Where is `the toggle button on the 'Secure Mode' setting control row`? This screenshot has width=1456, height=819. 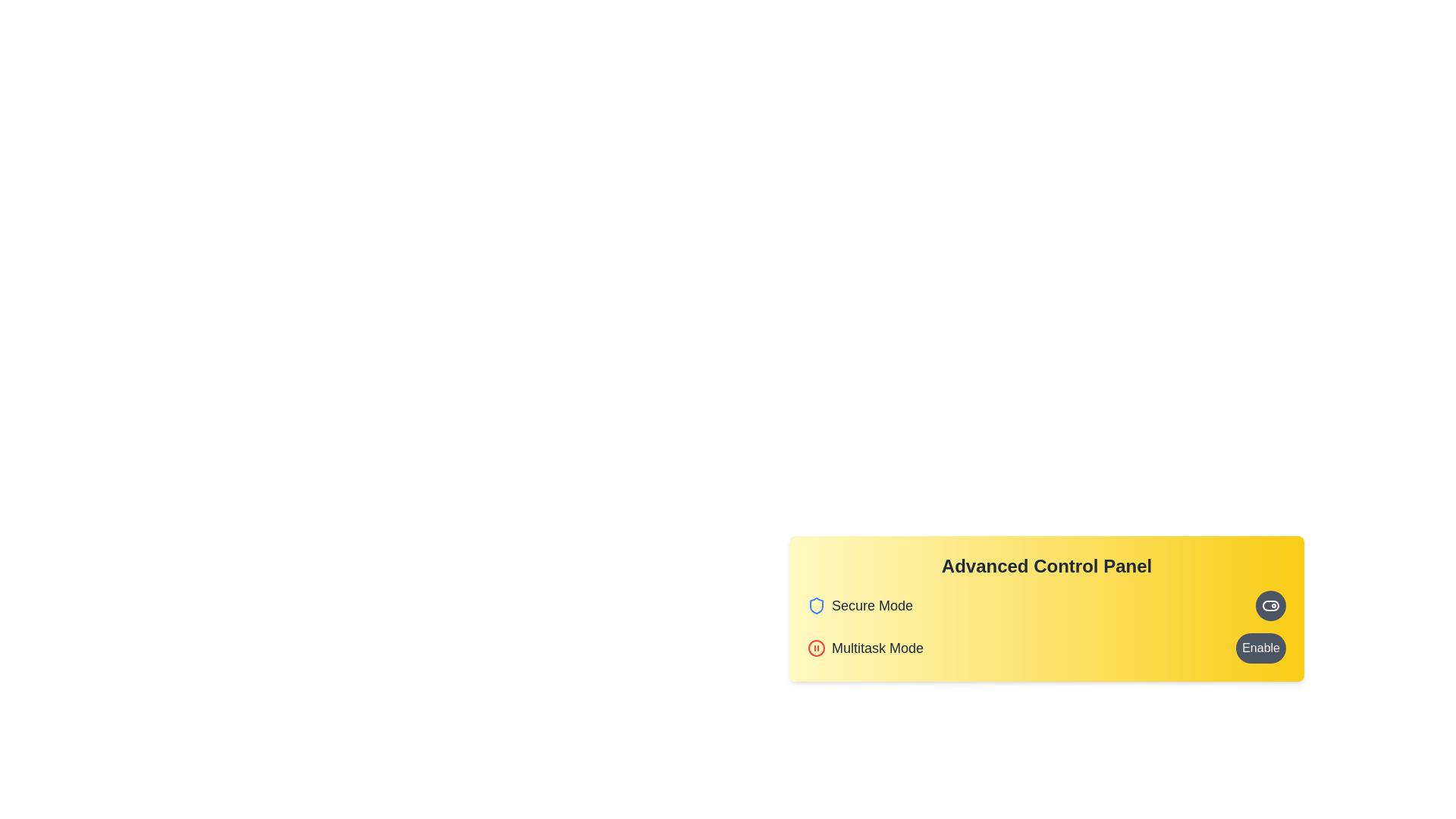 the toggle button on the 'Secure Mode' setting control row is located at coordinates (1046, 604).